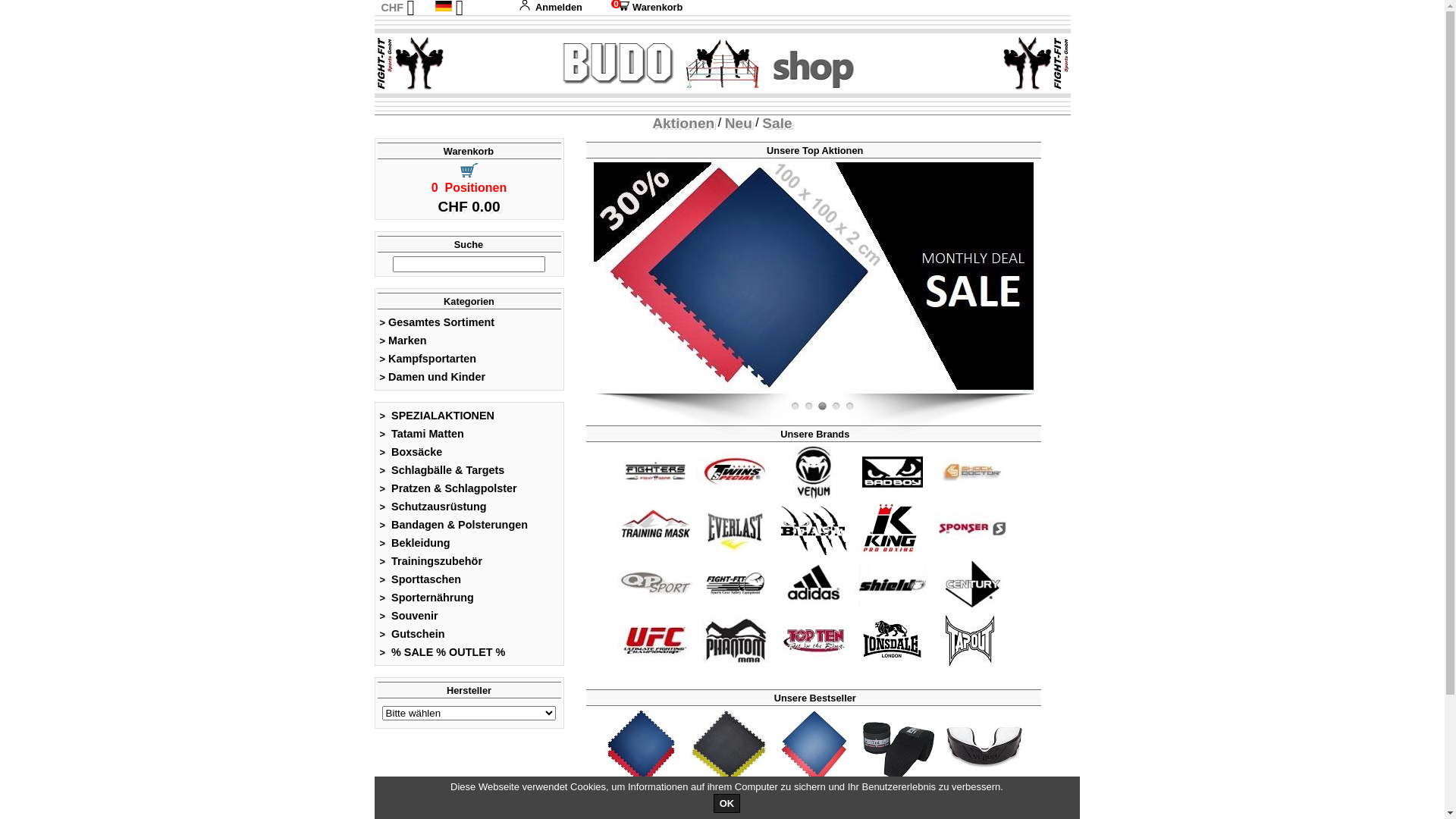 The image size is (1456, 819). Describe the element at coordinates (821, 405) in the screenshot. I see `'1'` at that location.